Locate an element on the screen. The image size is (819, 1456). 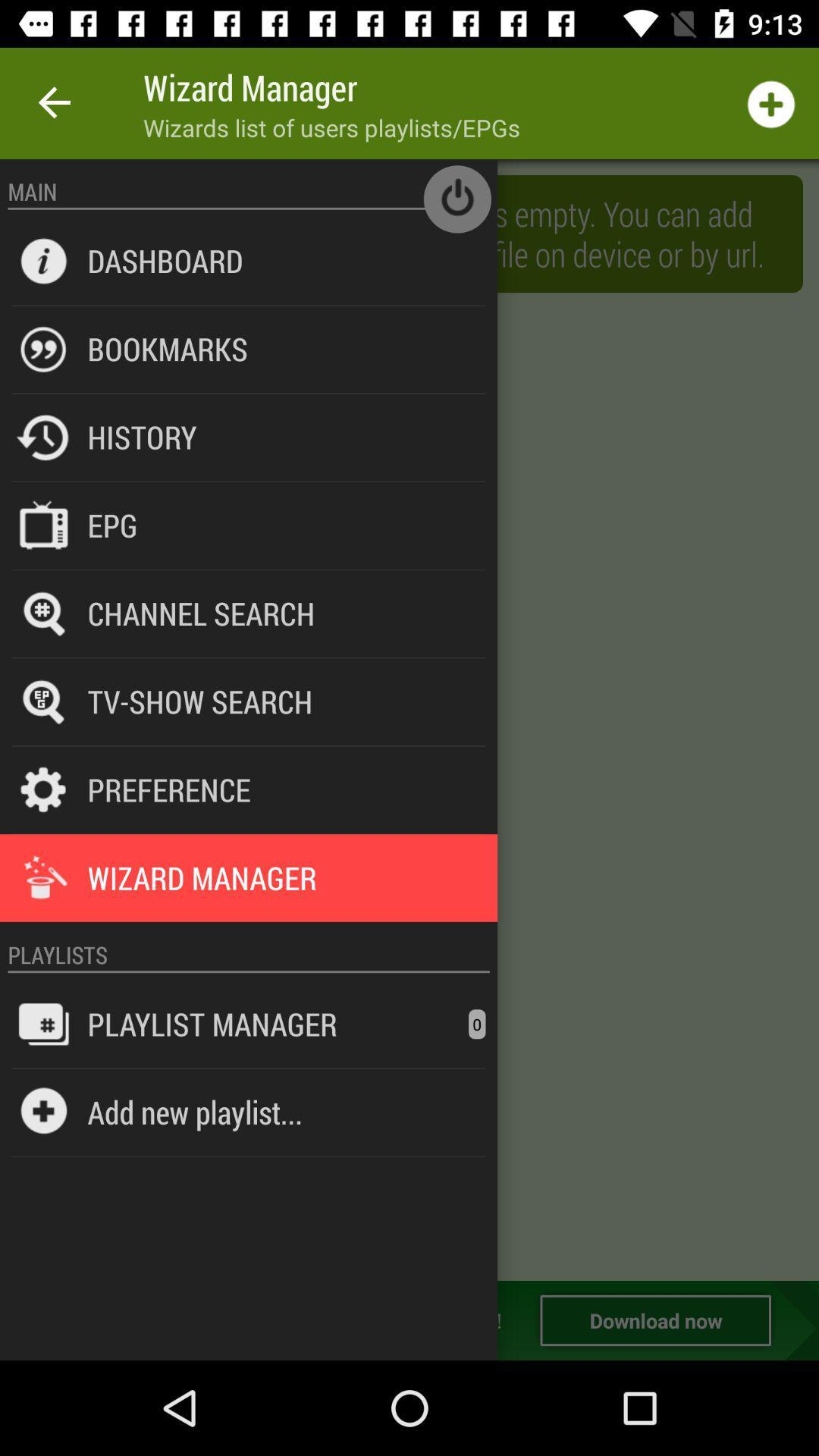
main menu is located at coordinates (409, 719).